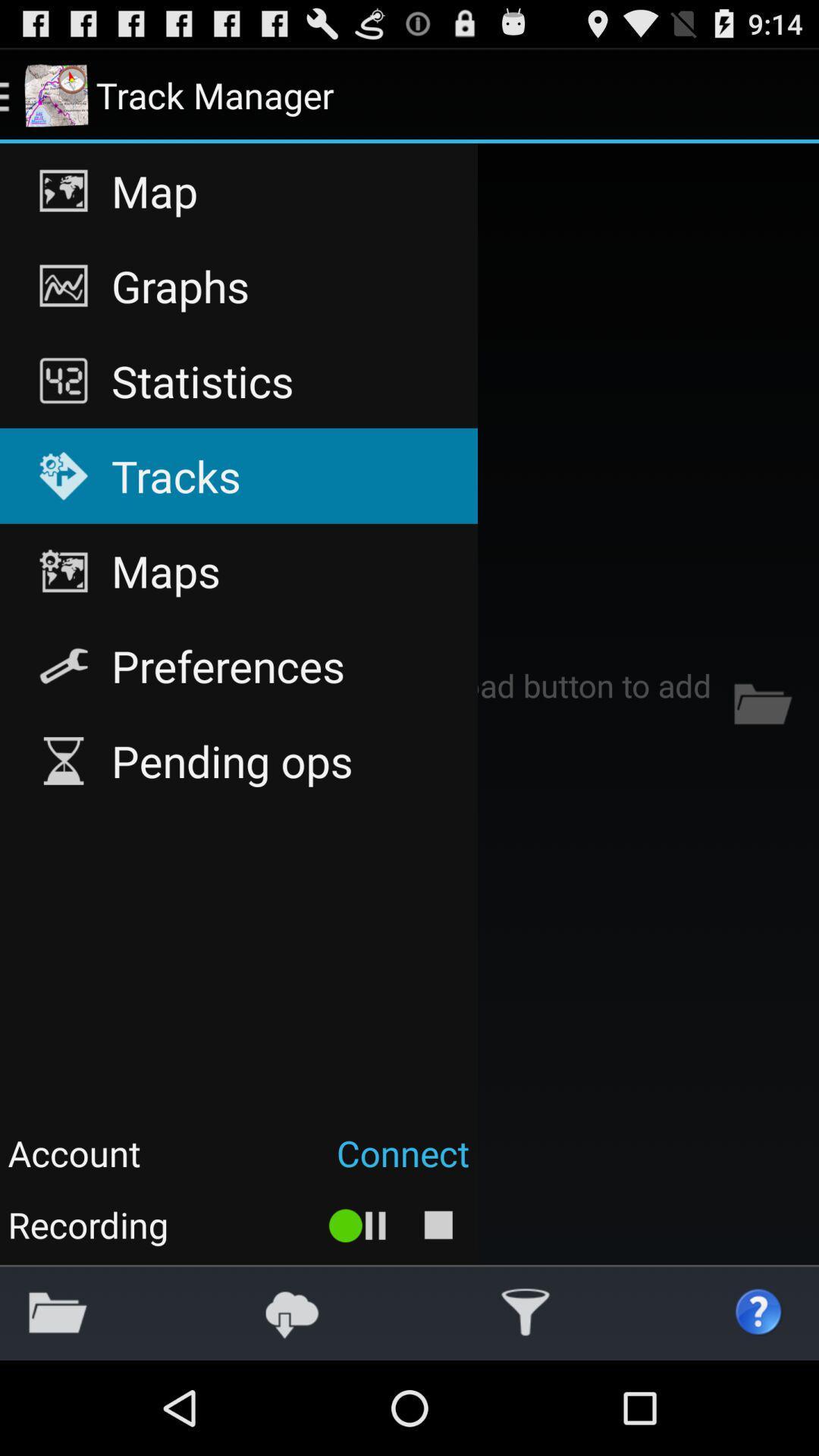 The height and width of the screenshot is (1456, 819). Describe the element at coordinates (239, 190) in the screenshot. I see `the map app` at that location.